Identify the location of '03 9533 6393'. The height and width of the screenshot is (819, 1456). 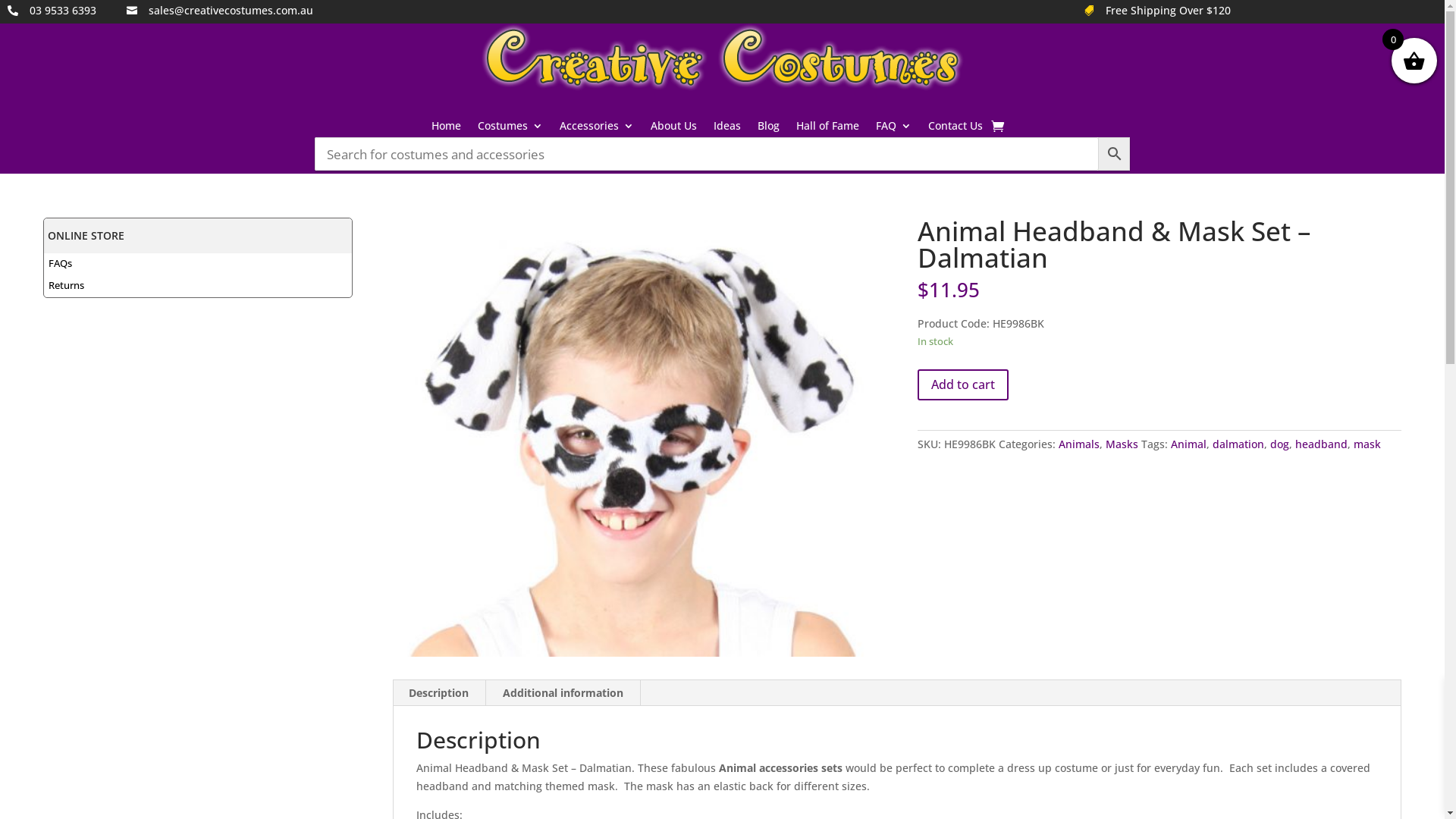
(61, 10).